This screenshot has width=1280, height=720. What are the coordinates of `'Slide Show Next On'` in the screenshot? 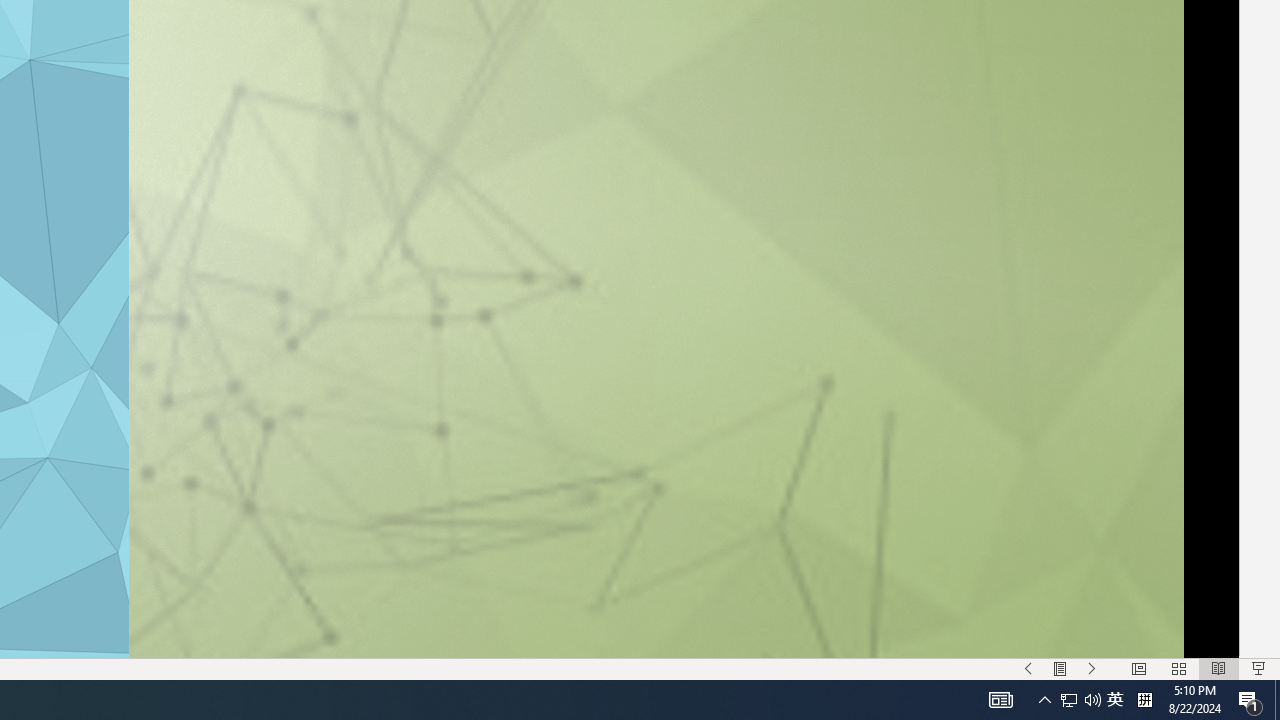 It's located at (1091, 669).